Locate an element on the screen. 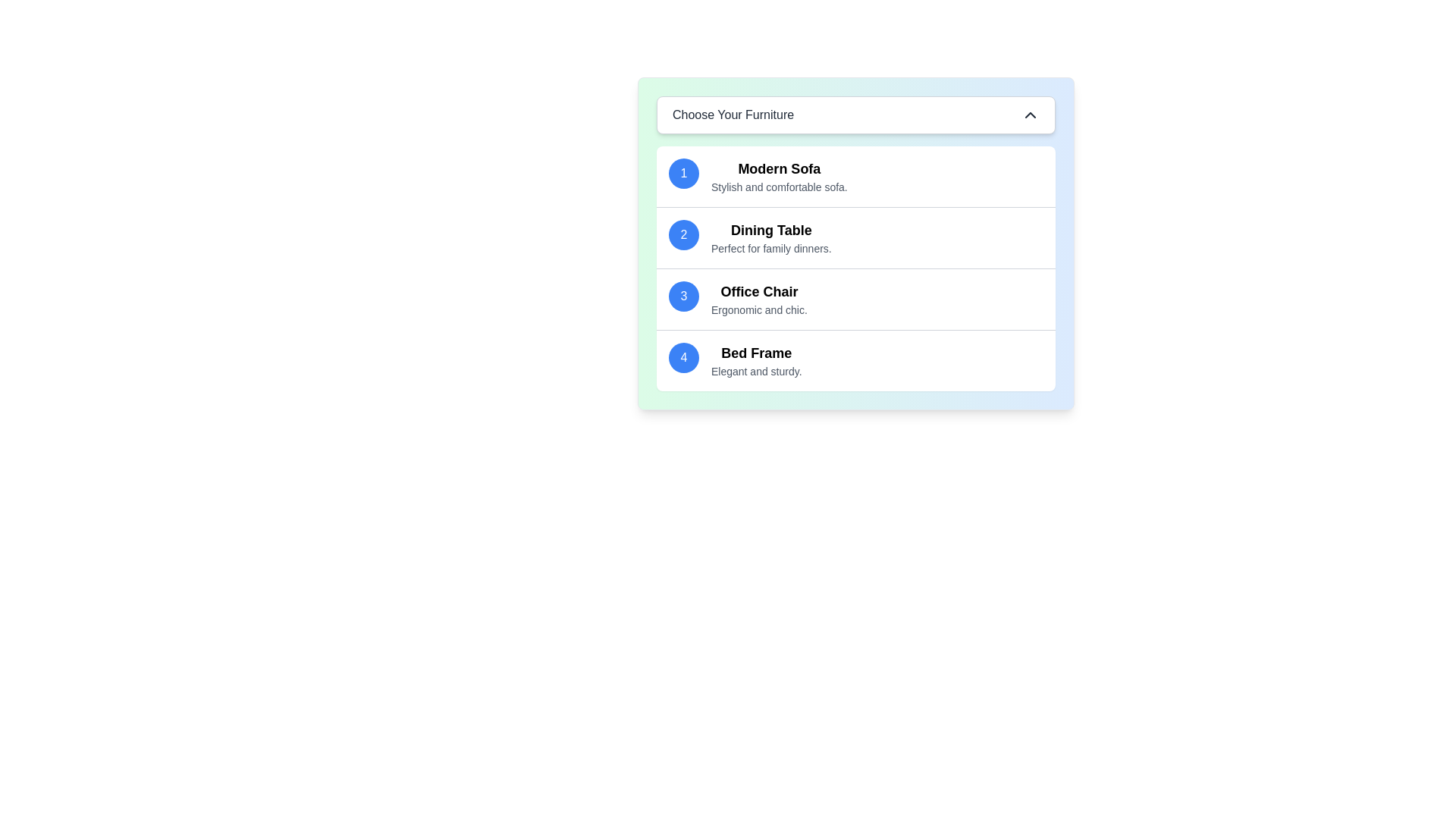 The width and height of the screenshot is (1456, 819). the text element displaying 'Office Chair' with a smaller line reading 'Ergonomic and chic.' located in the third row of the list is located at coordinates (759, 299).